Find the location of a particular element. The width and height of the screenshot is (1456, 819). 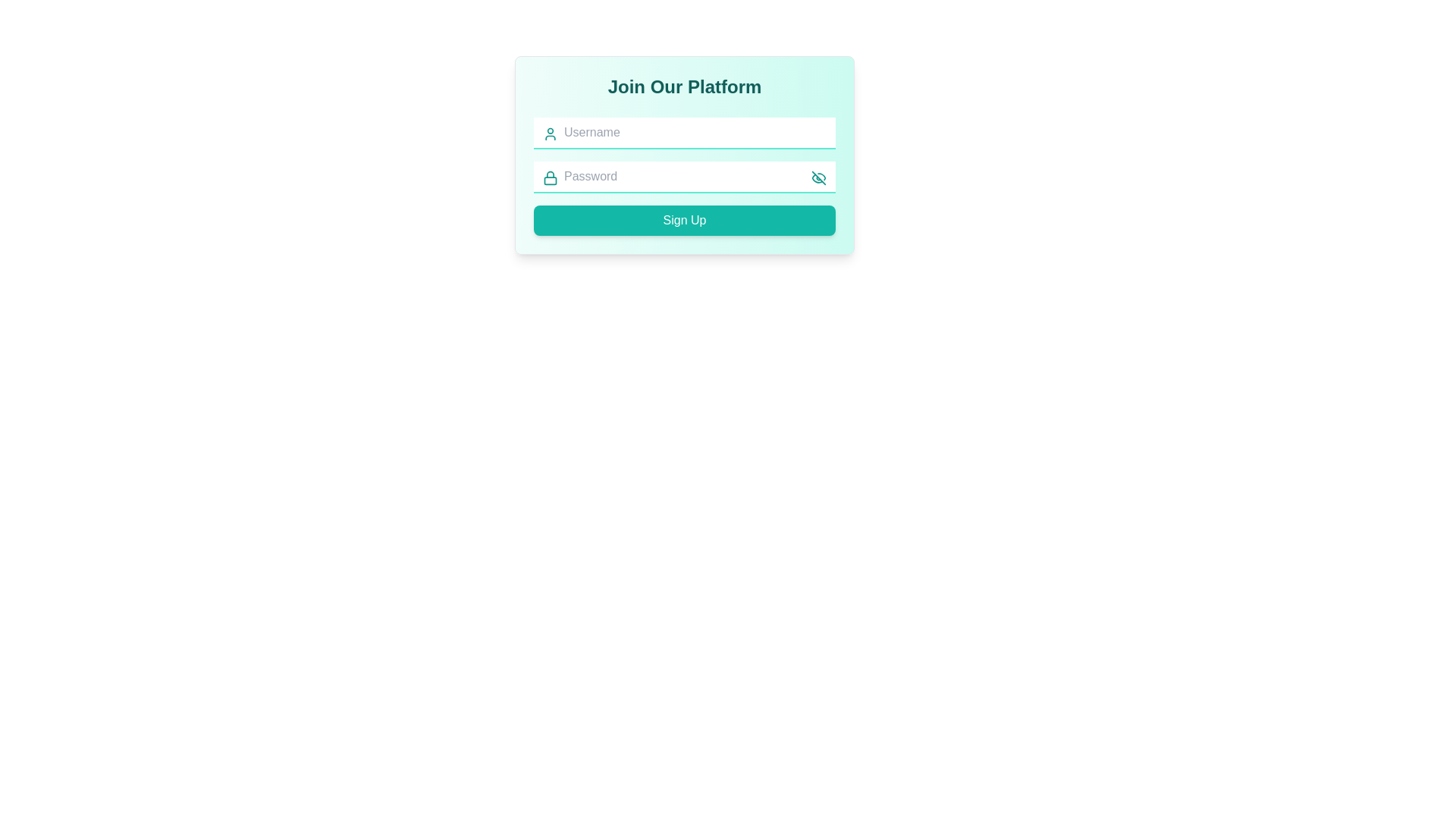

the user silhouette icon with a teal stroke color, located at the left edge of the username input field in the login or registration form is located at coordinates (549, 133).